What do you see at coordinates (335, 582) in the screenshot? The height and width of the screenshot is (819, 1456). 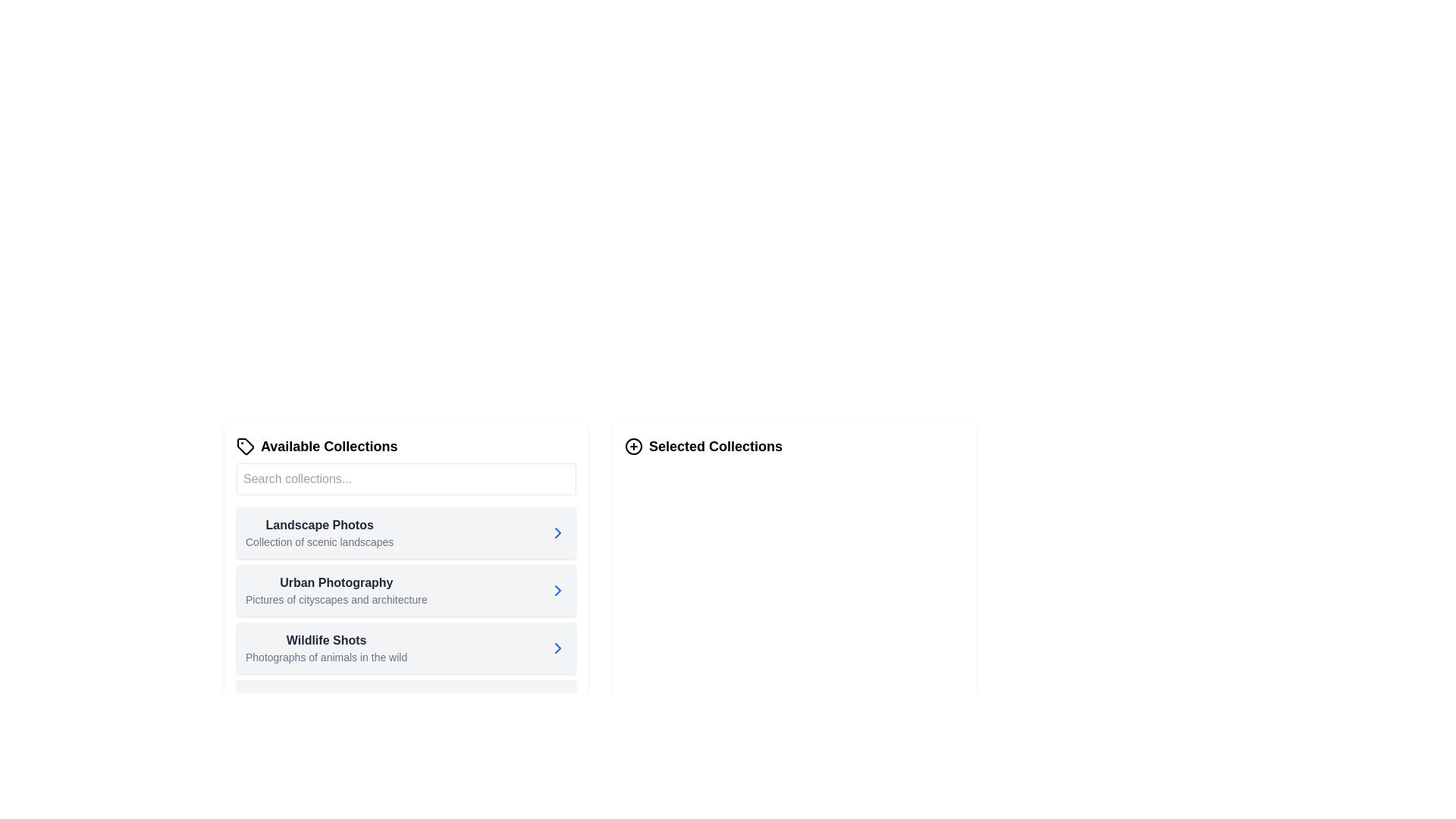 I see `the 'Urban Photography' text label, which serves as a title for a collection category` at bounding box center [335, 582].